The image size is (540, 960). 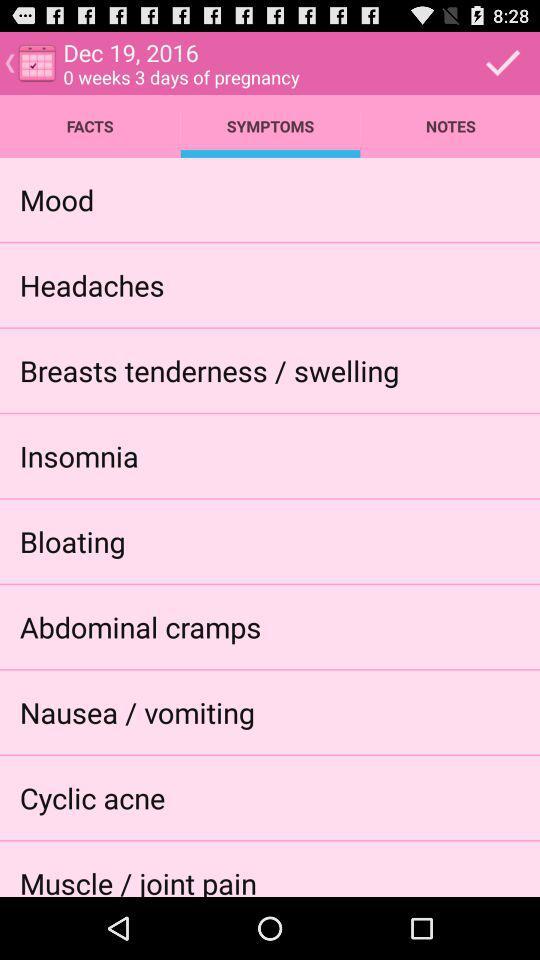 What do you see at coordinates (136, 712) in the screenshot?
I see `the item above the cyclic acne icon` at bounding box center [136, 712].